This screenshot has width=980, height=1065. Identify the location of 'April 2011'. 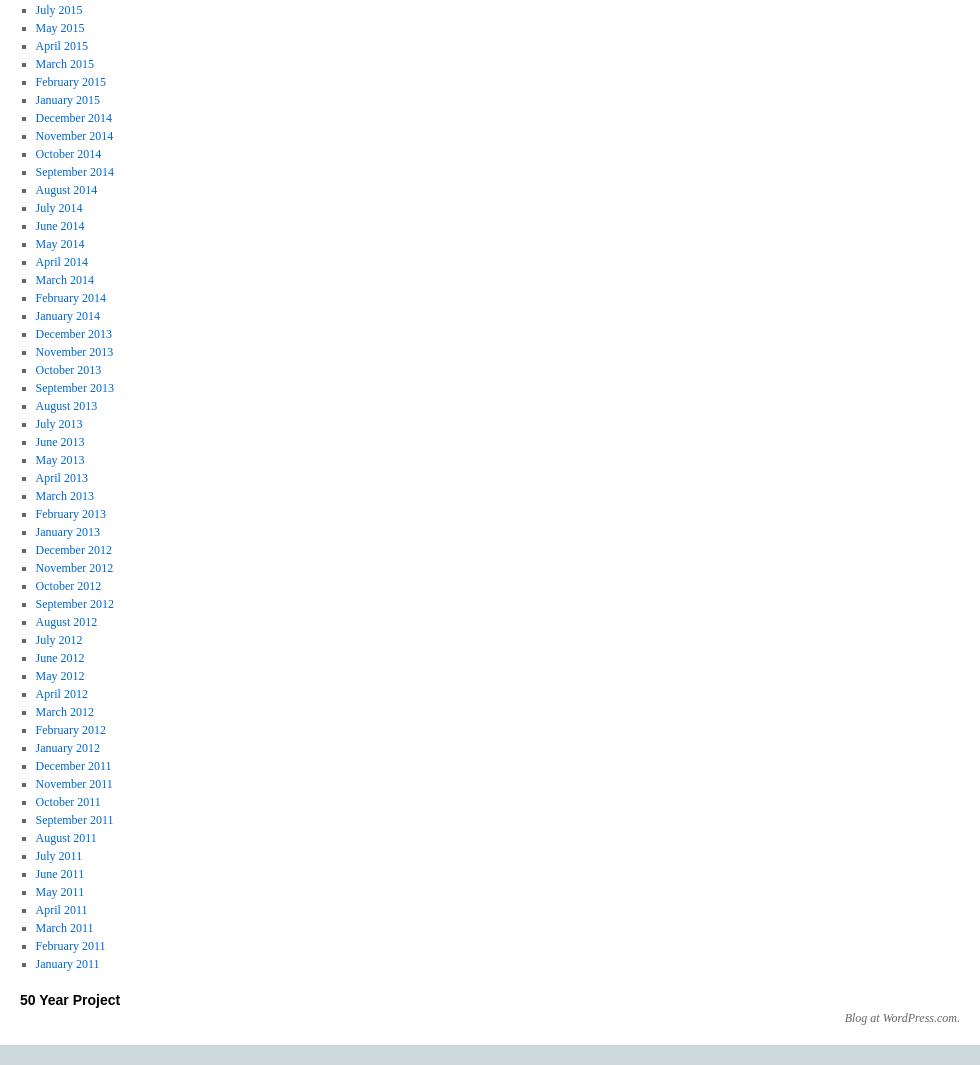
(60, 910).